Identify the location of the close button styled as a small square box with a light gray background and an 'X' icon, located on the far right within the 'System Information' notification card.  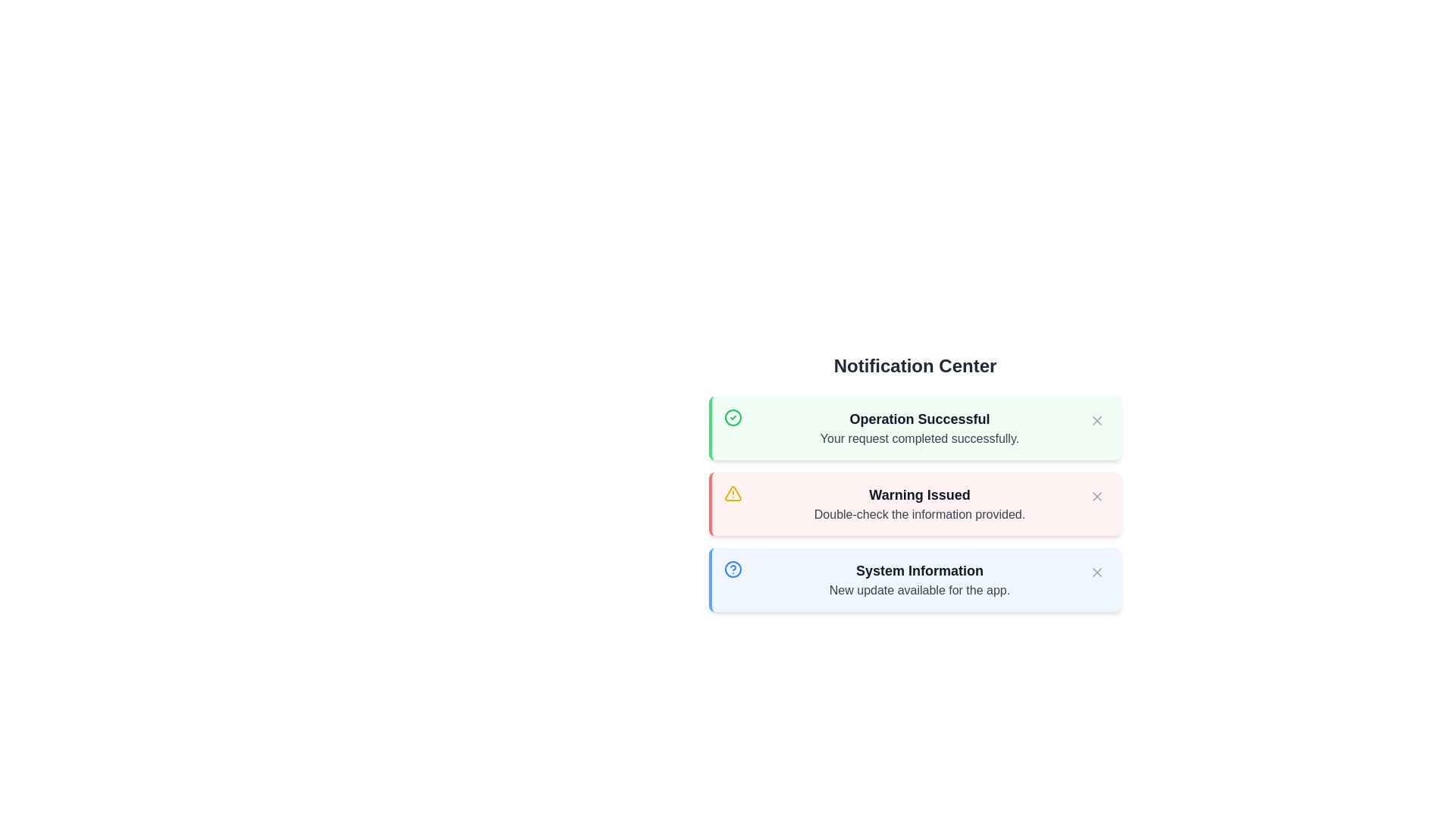
(1097, 573).